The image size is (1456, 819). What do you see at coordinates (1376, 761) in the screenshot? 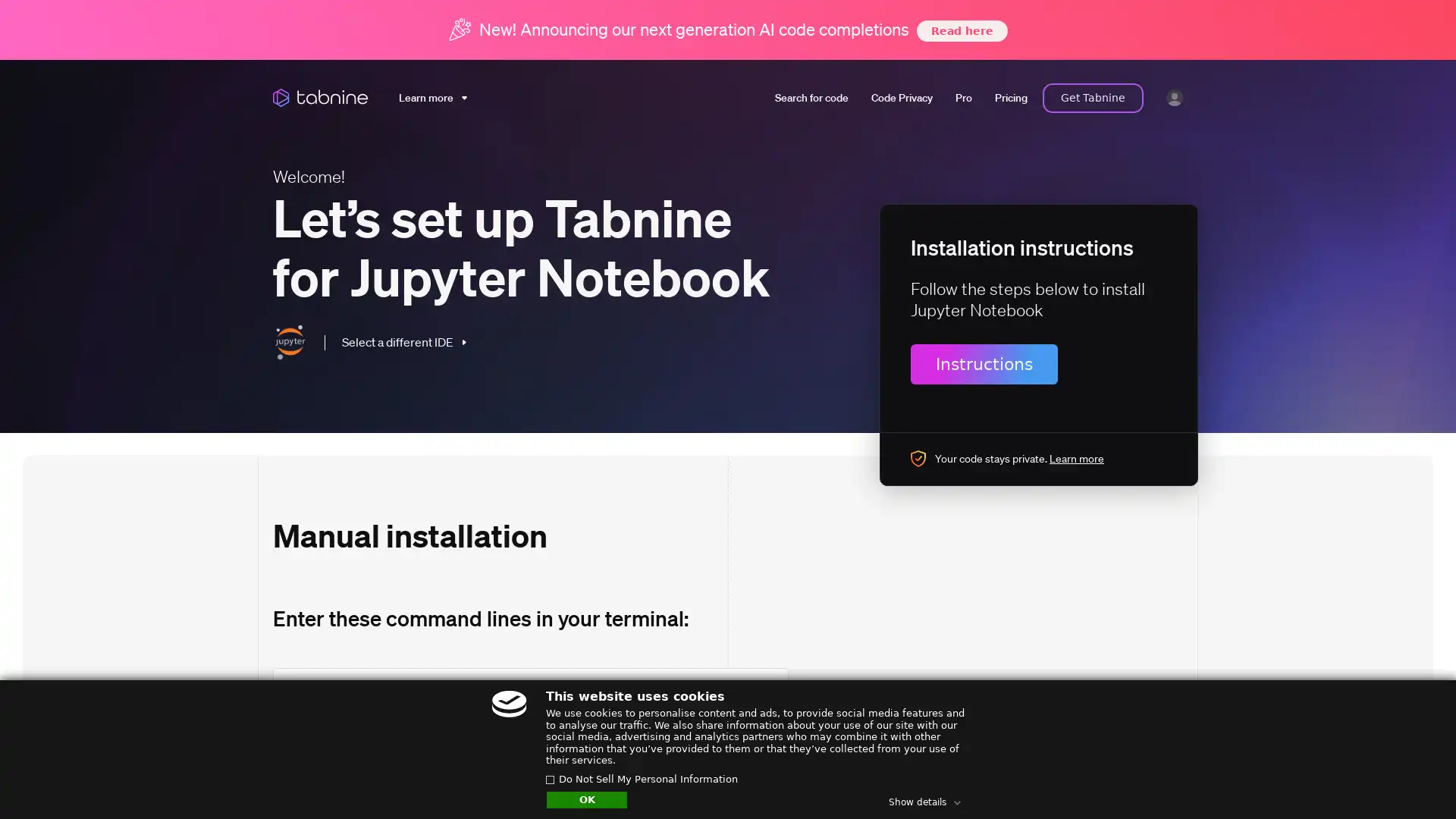
I see `Dismiss Message` at bounding box center [1376, 761].